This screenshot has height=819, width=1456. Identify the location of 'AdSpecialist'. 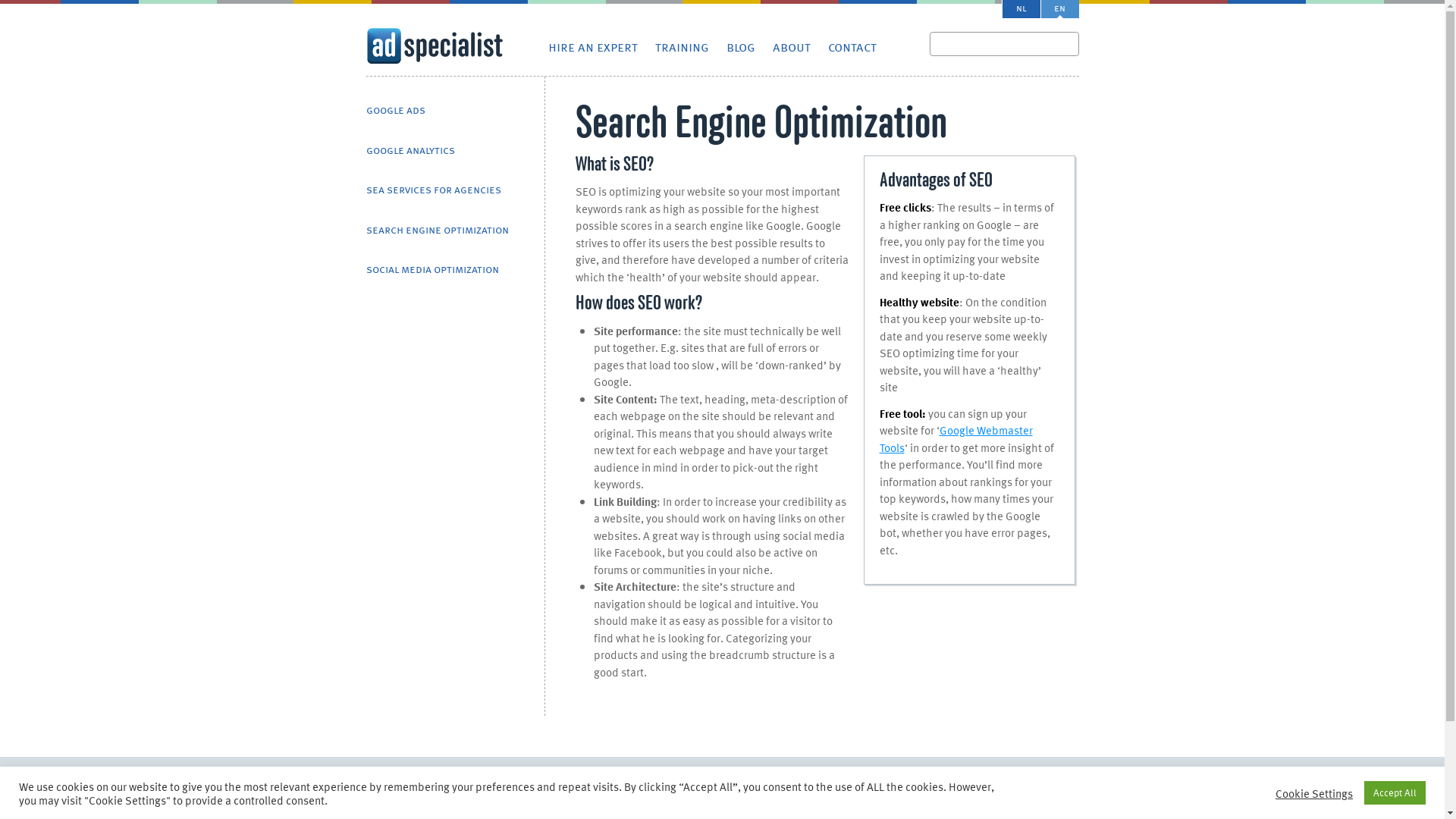
(432, 45).